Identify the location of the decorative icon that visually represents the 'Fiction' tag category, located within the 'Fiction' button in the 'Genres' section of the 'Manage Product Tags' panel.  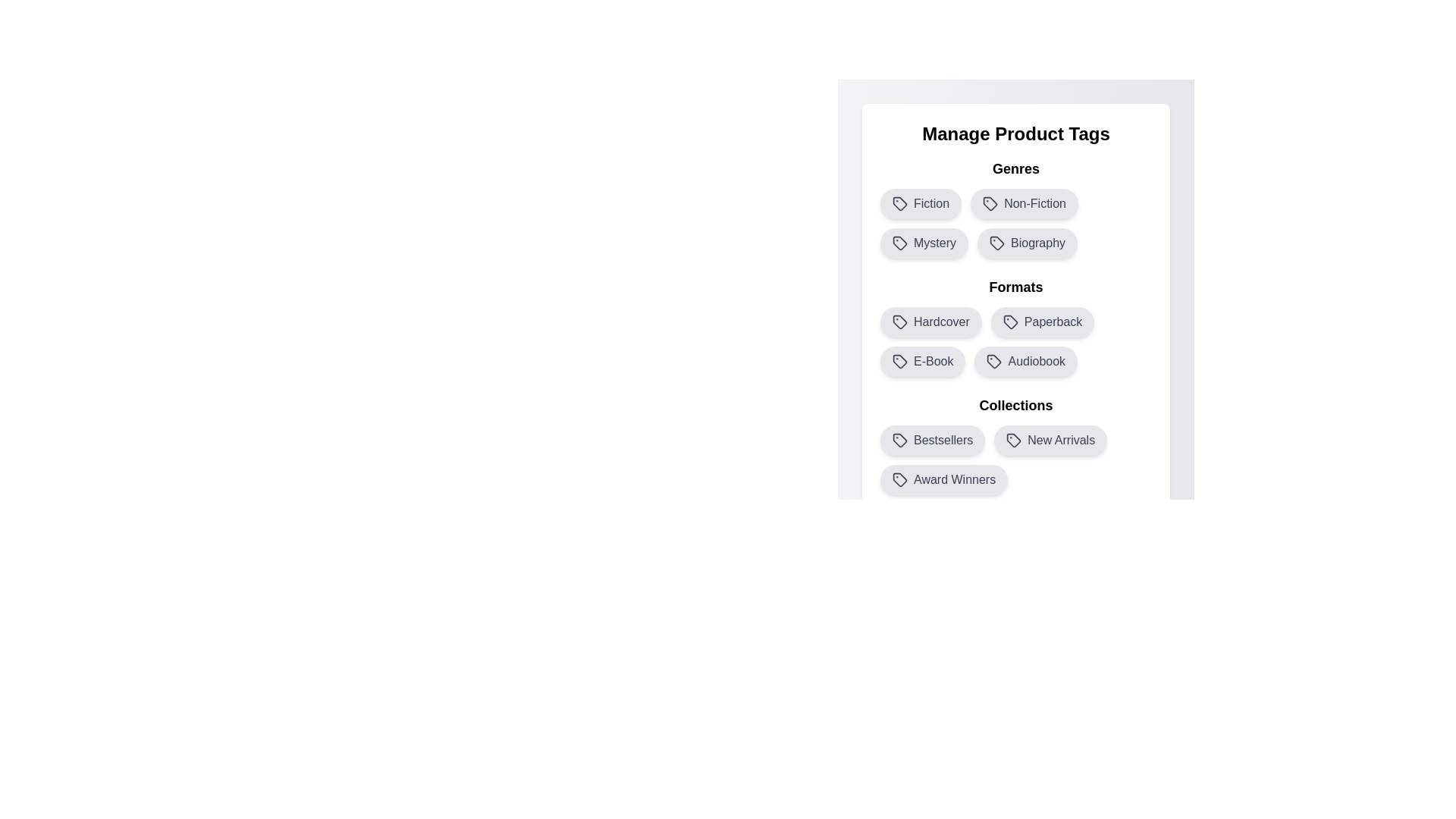
(899, 203).